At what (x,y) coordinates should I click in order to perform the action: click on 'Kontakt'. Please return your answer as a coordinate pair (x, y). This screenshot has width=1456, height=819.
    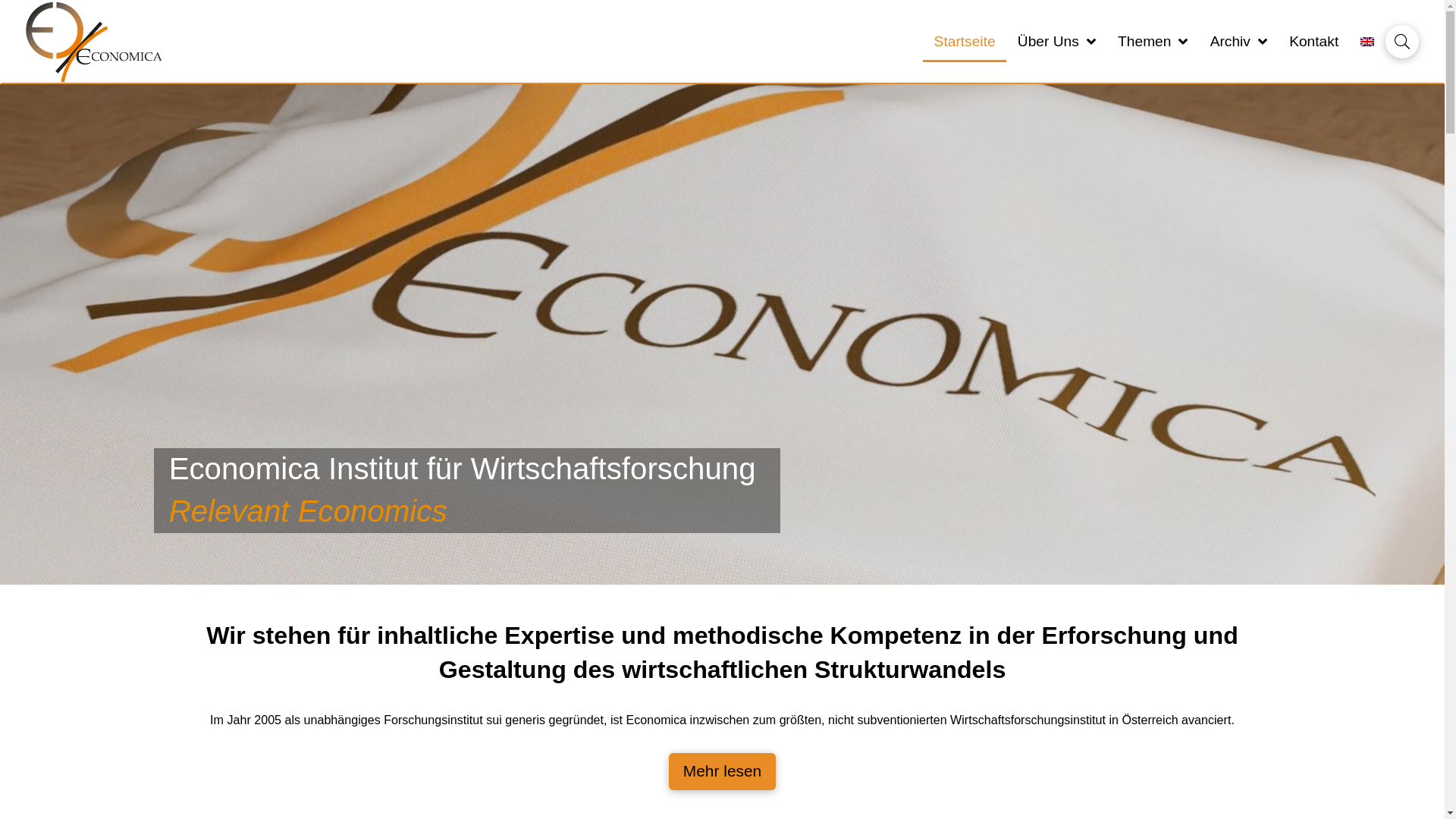
    Looking at the image, I should click on (1313, 41).